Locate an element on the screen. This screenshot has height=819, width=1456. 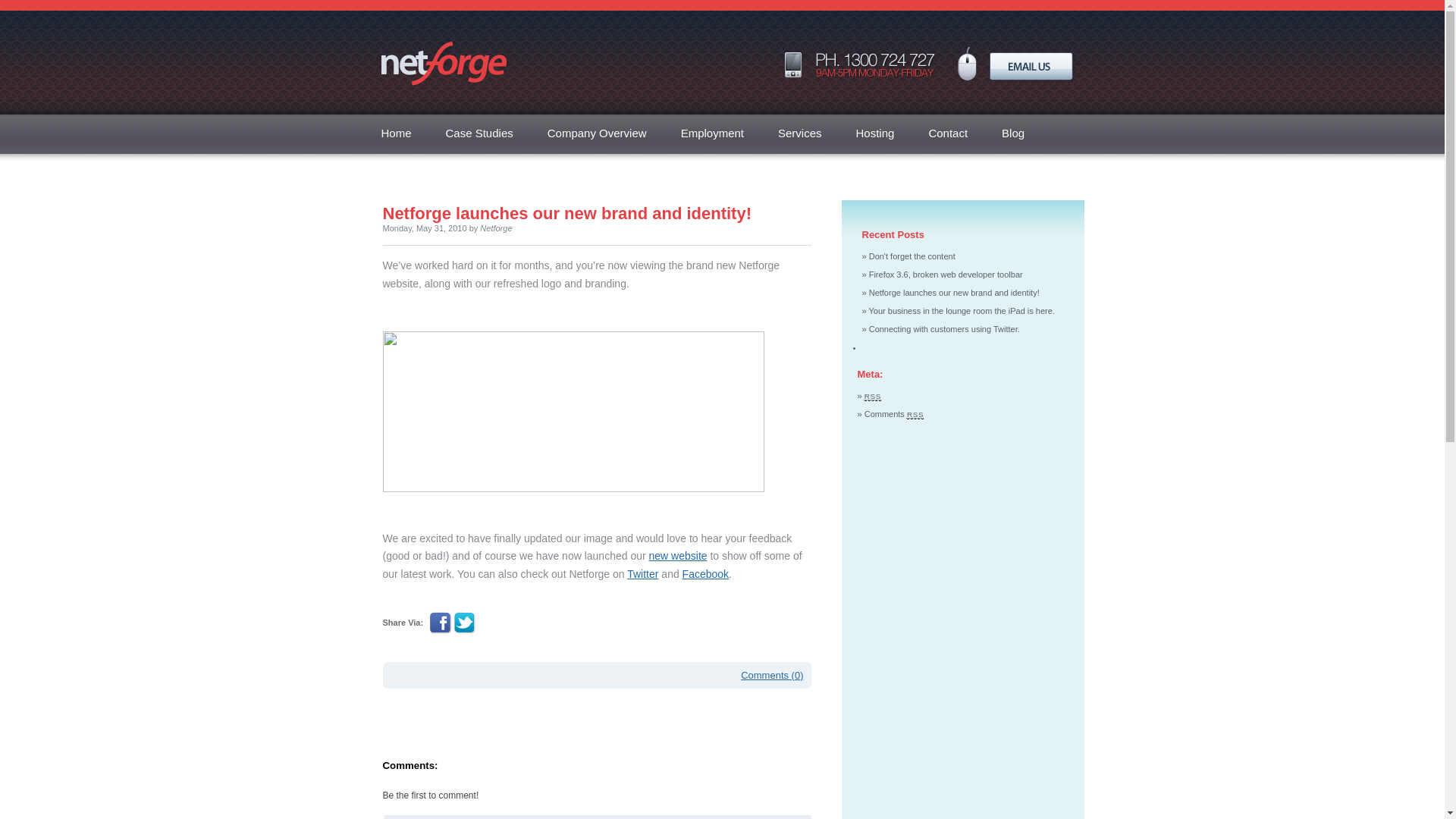
'Firefox 3.6, broken web developer toolbar' is located at coordinates (945, 275).